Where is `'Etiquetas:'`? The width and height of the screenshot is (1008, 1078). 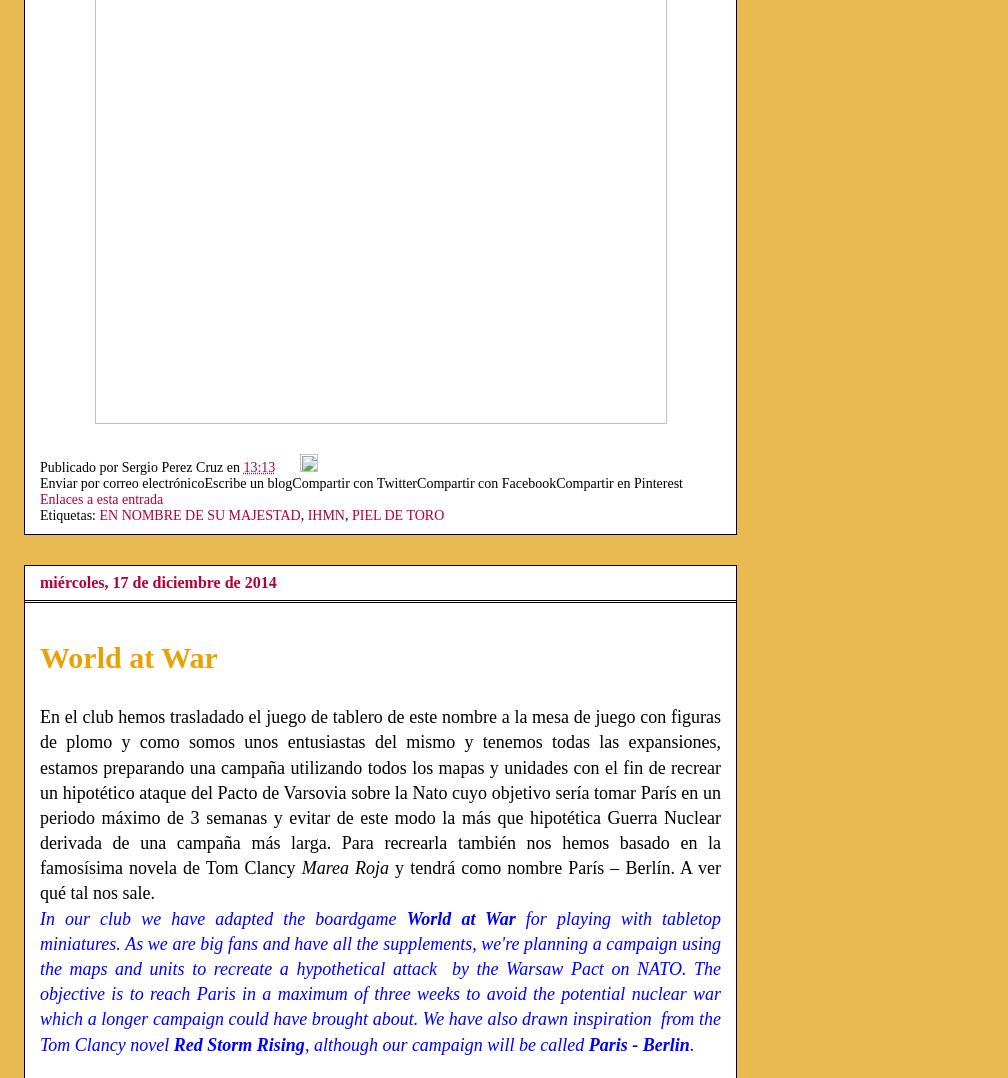
'Etiquetas:' is located at coordinates (69, 515).